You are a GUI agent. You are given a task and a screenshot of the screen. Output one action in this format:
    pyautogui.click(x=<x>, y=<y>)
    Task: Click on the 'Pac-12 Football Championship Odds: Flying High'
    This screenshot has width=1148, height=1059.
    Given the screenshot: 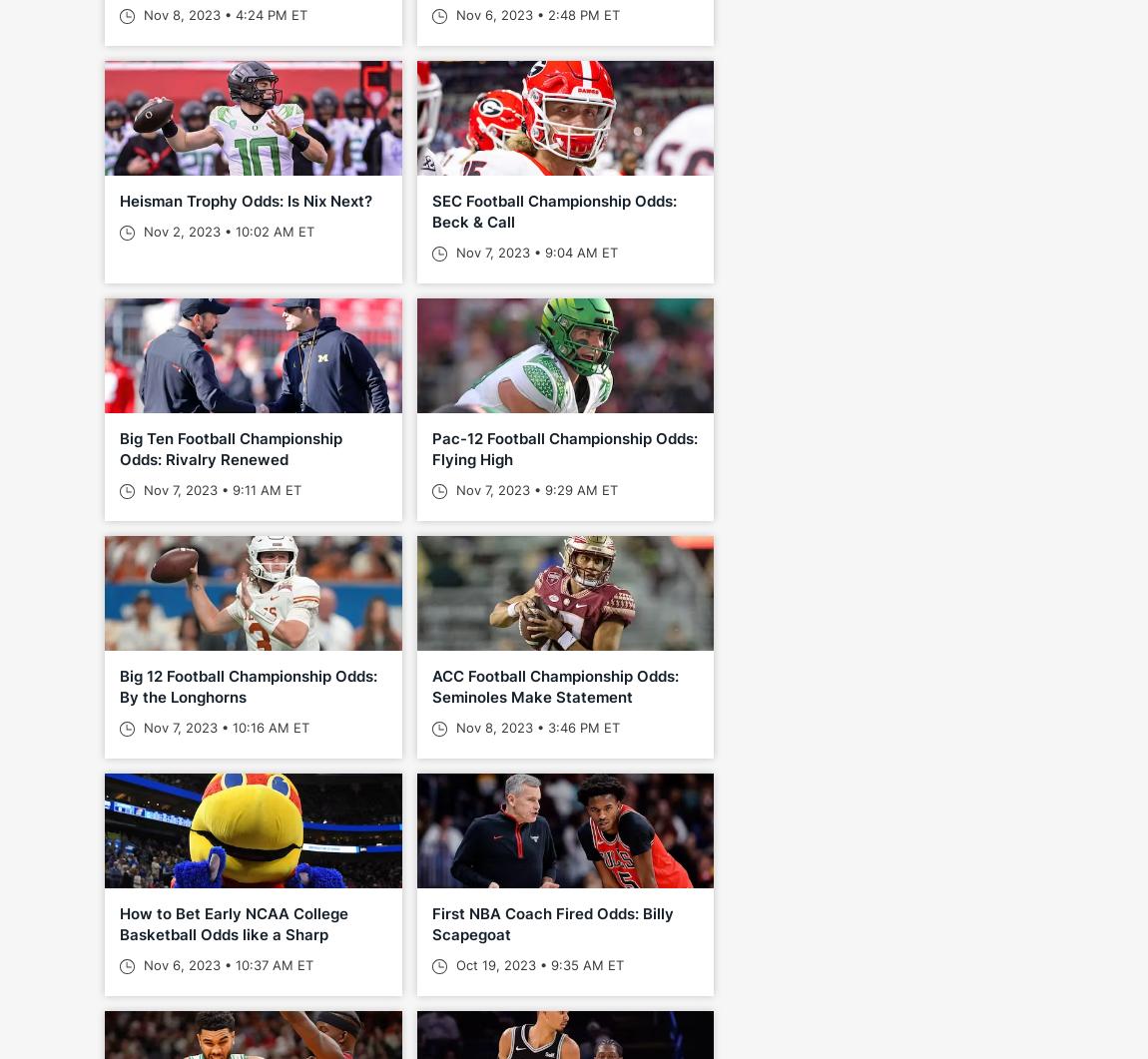 What is the action you would take?
    pyautogui.click(x=563, y=448)
    